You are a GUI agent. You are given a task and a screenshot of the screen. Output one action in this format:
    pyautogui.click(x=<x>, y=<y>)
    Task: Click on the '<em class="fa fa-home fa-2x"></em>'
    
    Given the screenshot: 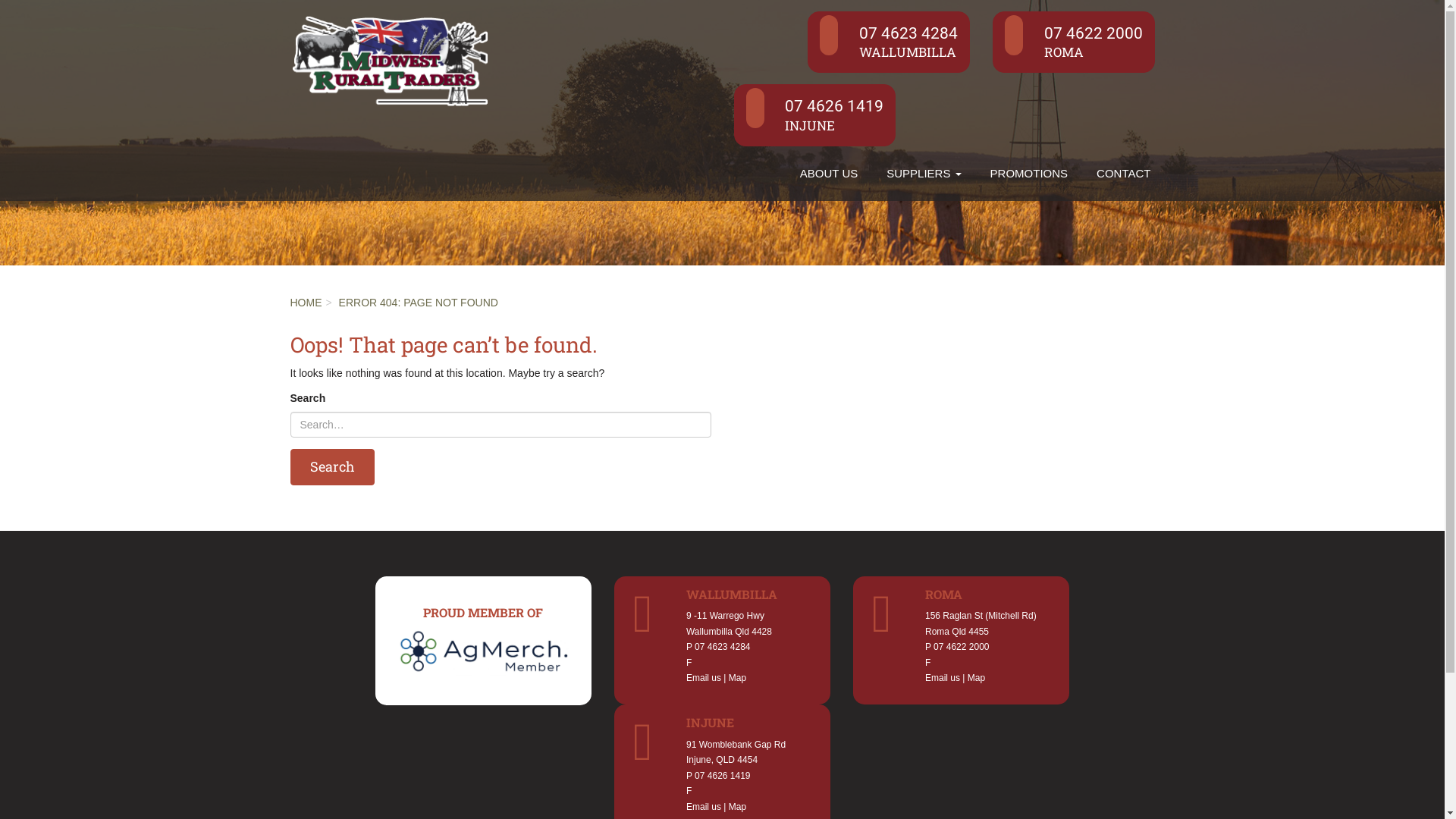 What is the action you would take?
    pyautogui.click(x=771, y=162)
    